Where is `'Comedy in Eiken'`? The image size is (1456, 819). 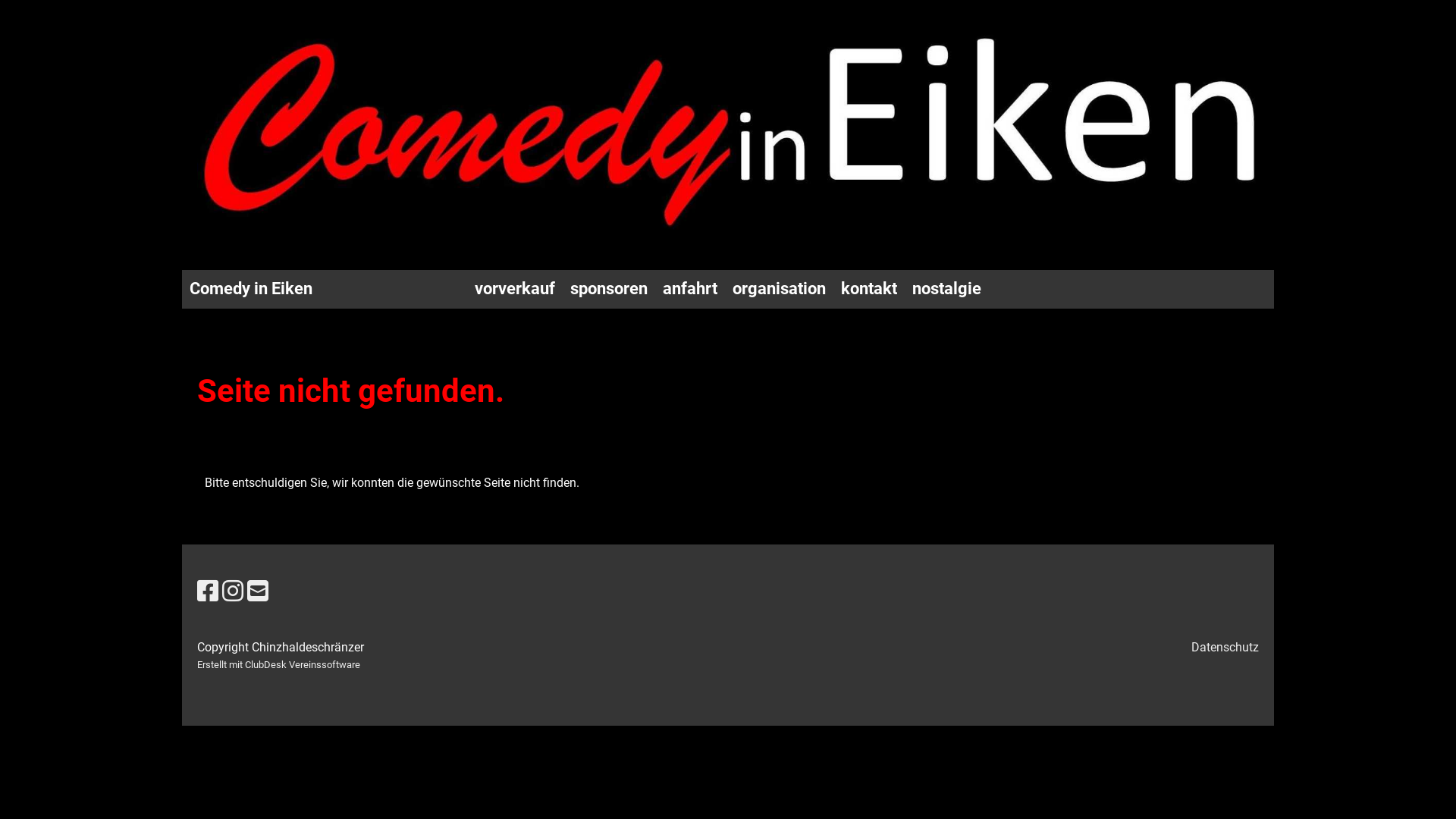 'Comedy in Eiken' is located at coordinates (182, 289).